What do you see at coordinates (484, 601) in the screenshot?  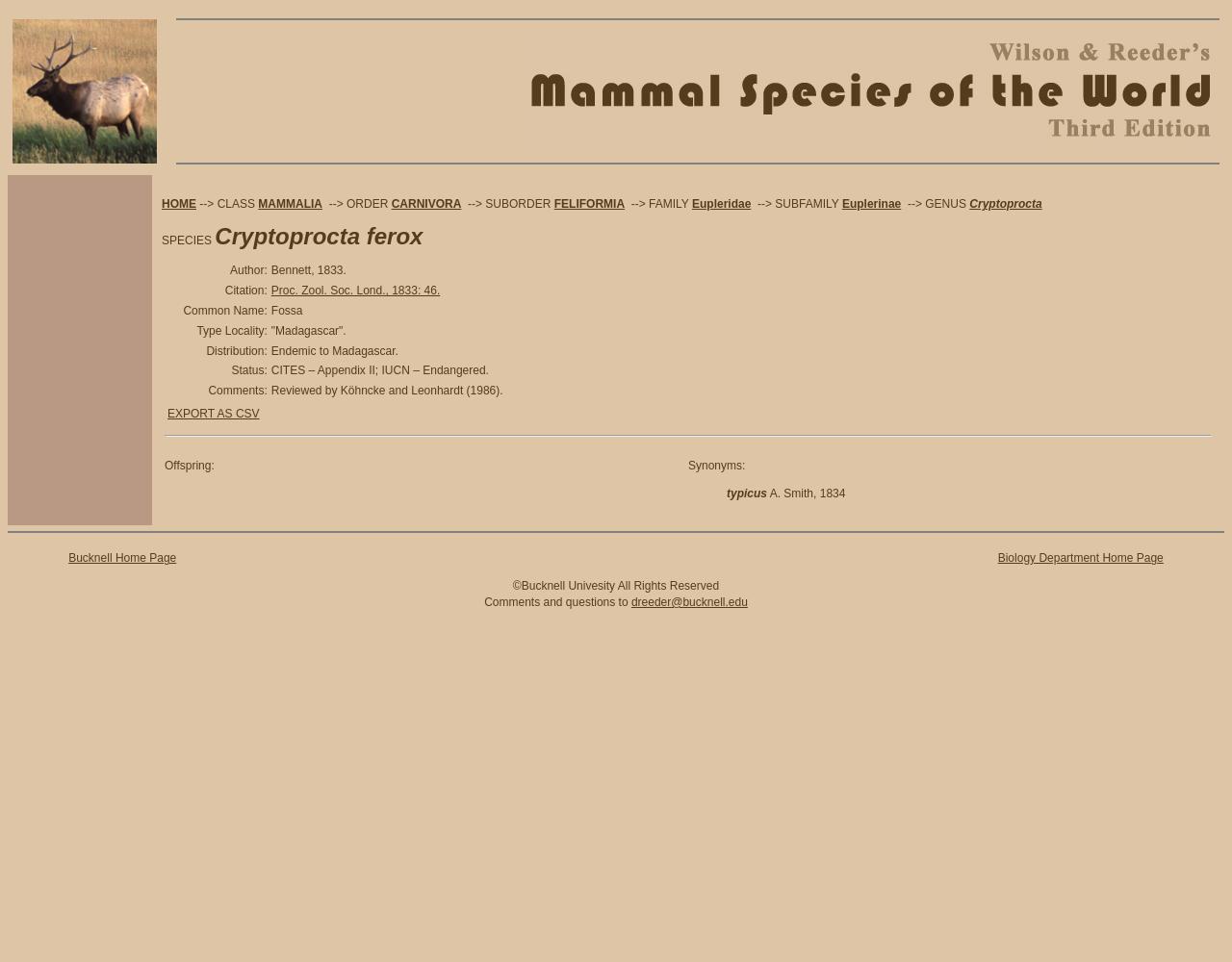 I see `'Comments and questions to'` at bounding box center [484, 601].